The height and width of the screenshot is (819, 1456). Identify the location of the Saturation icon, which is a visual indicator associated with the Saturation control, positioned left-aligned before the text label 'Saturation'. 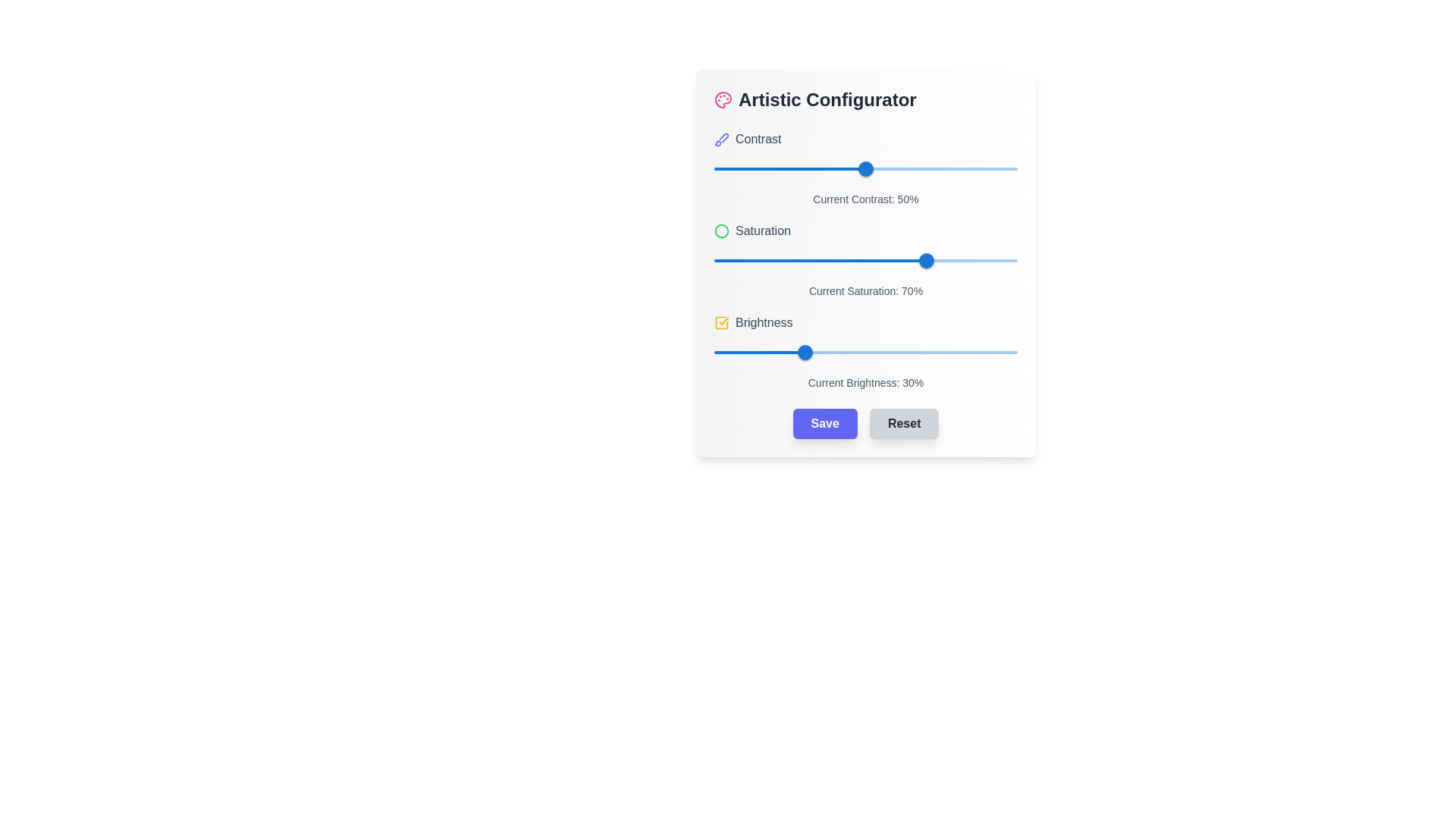
(720, 231).